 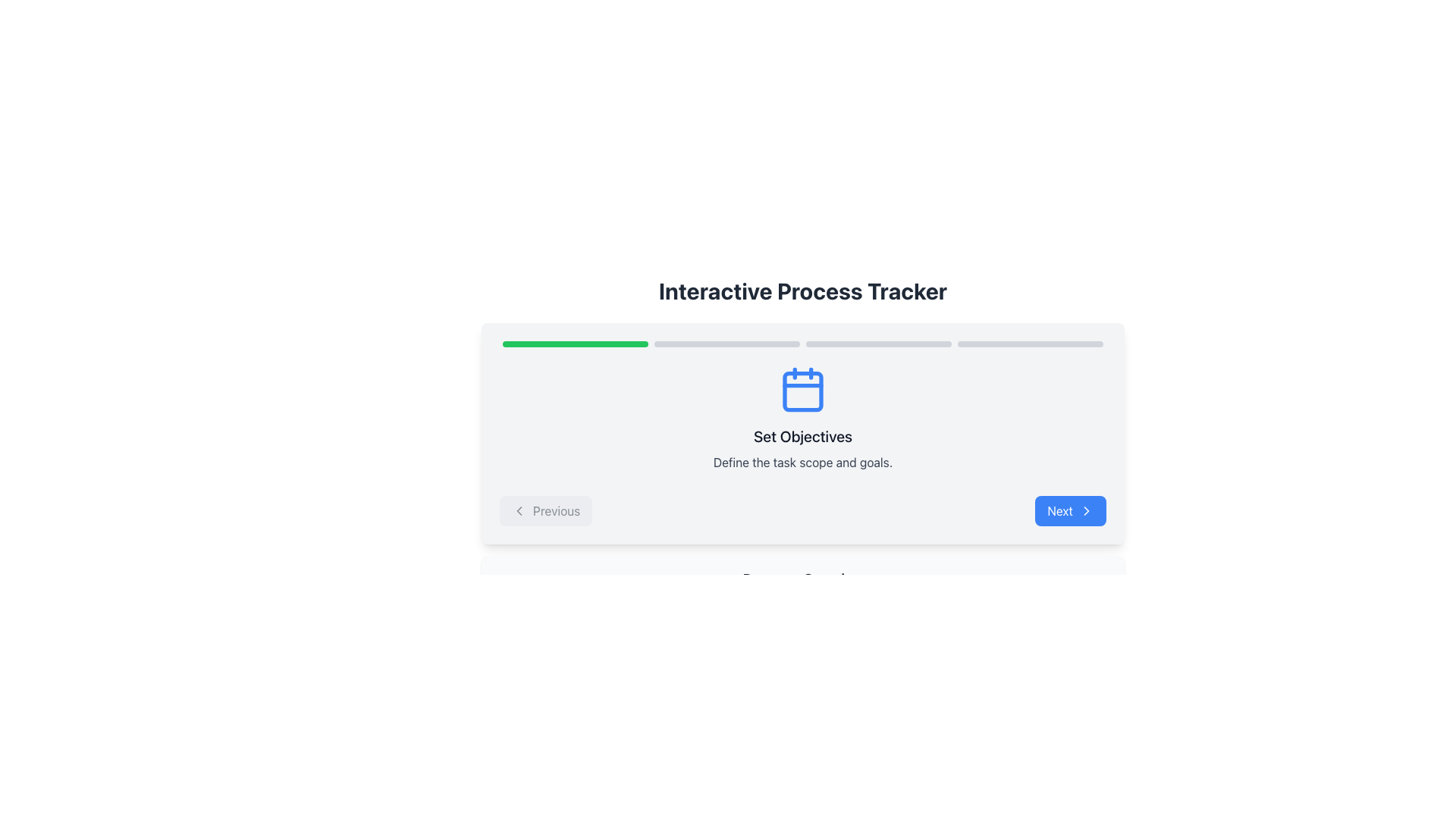 What do you see at coordinates (1086, 511) in the screenshot?
I see `the arrow icon located at the right end of the 'Next' button on the main card labeled 'Set Objectives'` at bounding box center [1086, 511].